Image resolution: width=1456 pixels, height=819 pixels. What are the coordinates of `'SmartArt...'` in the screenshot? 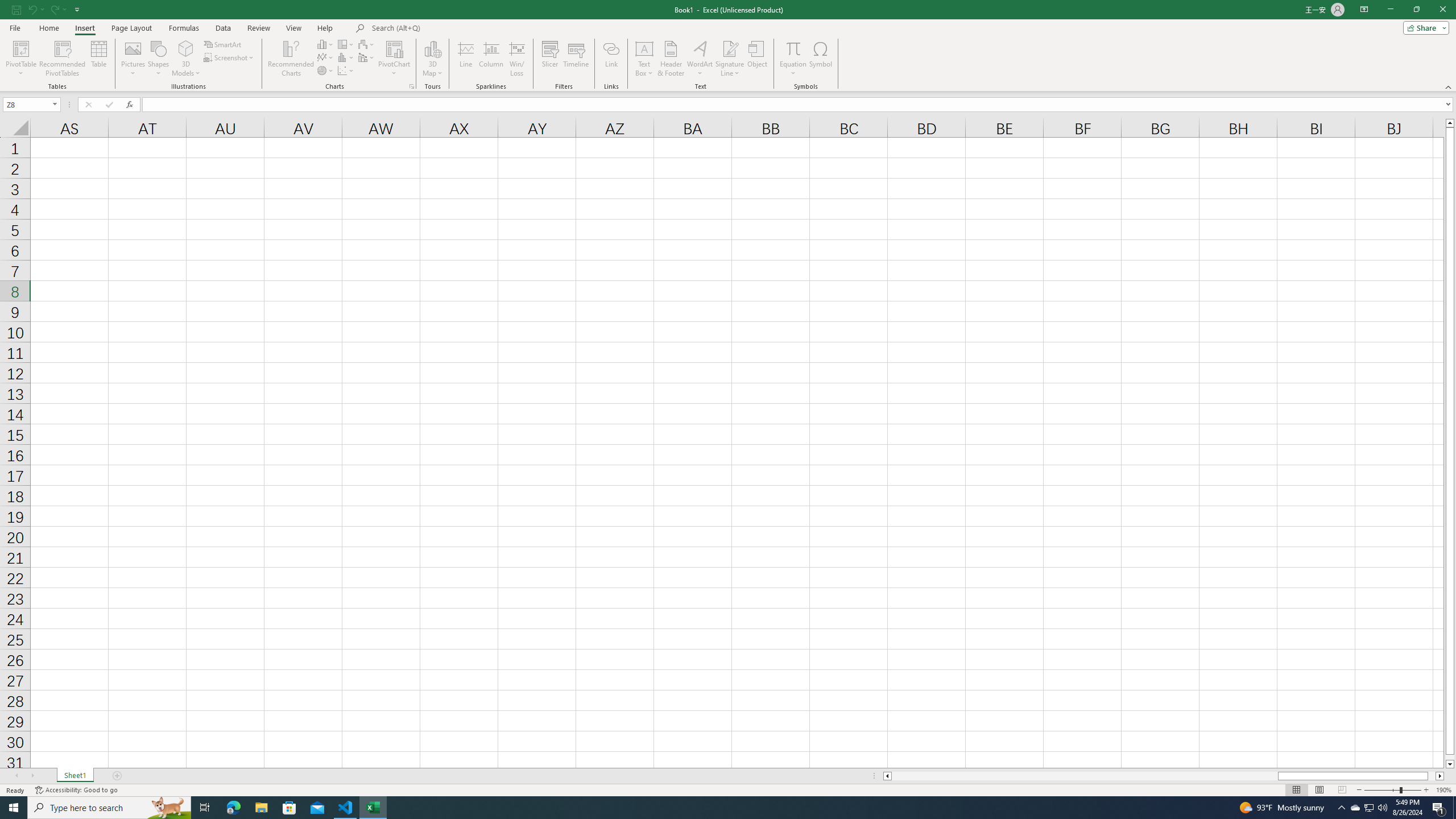 It's located at (222, 44).